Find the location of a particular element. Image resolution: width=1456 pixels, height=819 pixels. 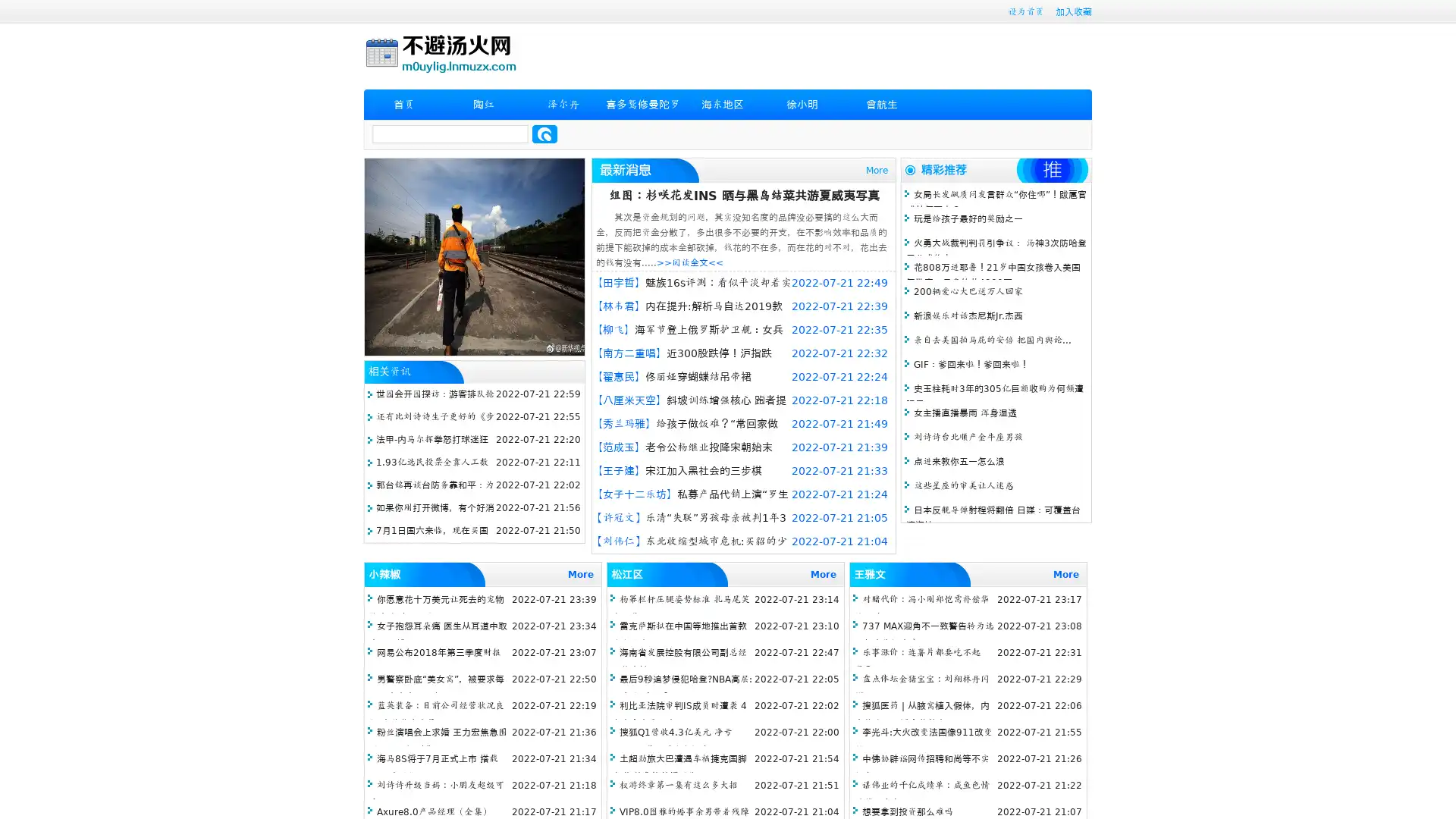

Search is located at coordinates (544, 133).